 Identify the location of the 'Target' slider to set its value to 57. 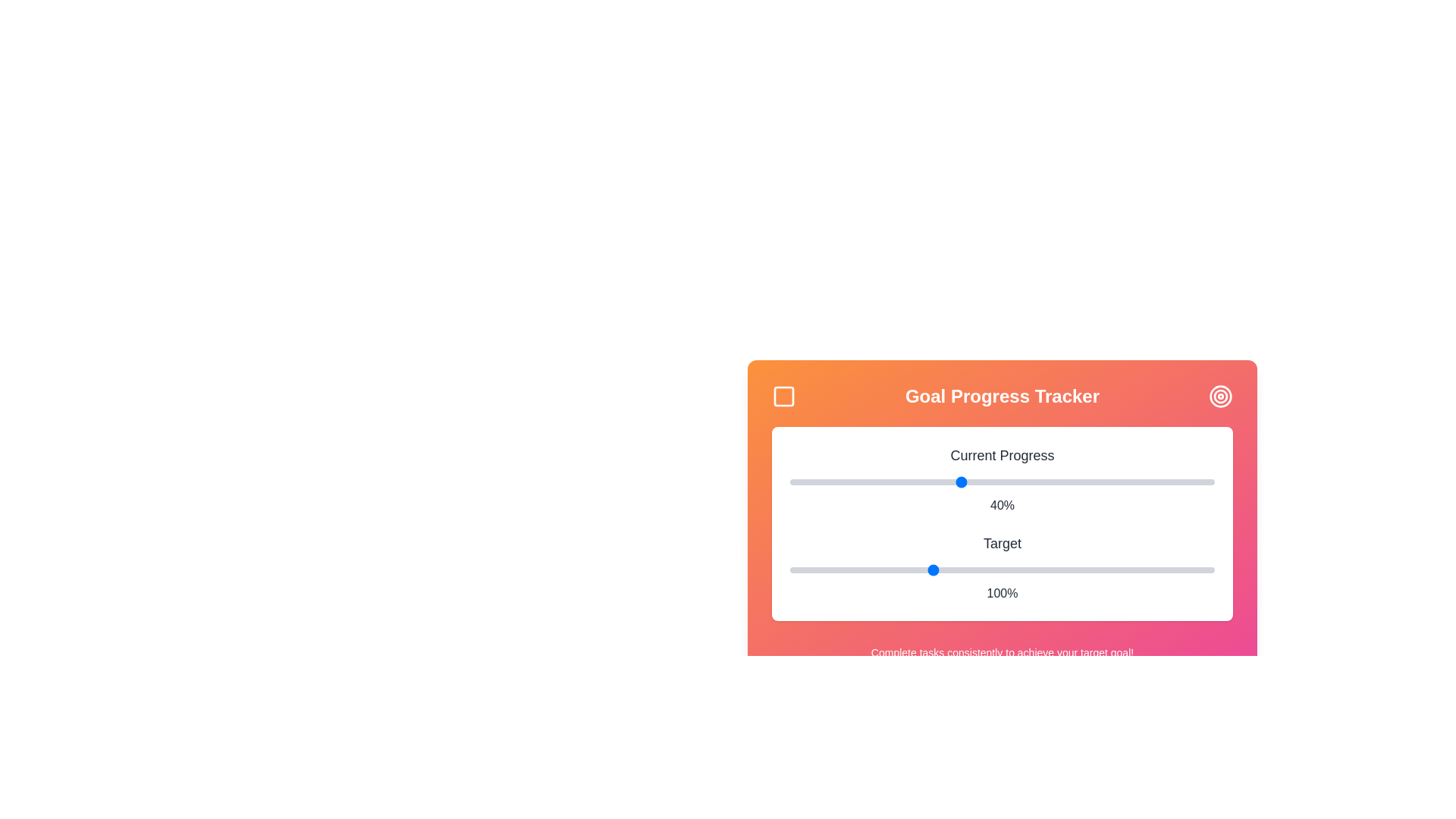
(809, 570).